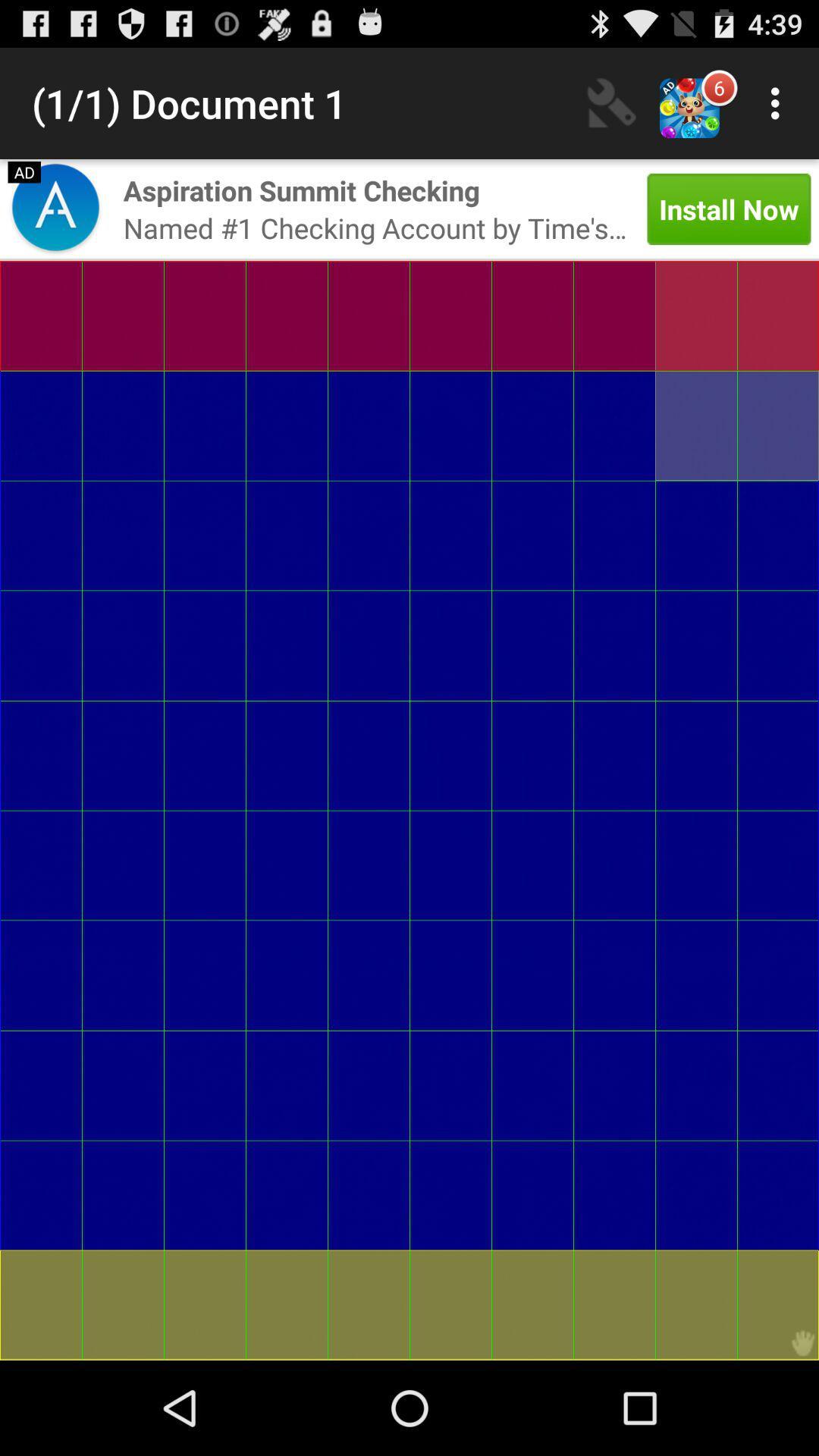  Describe the element at coordinates (610, 102) in the screenshot. I see `the icon above the install now` at that location.